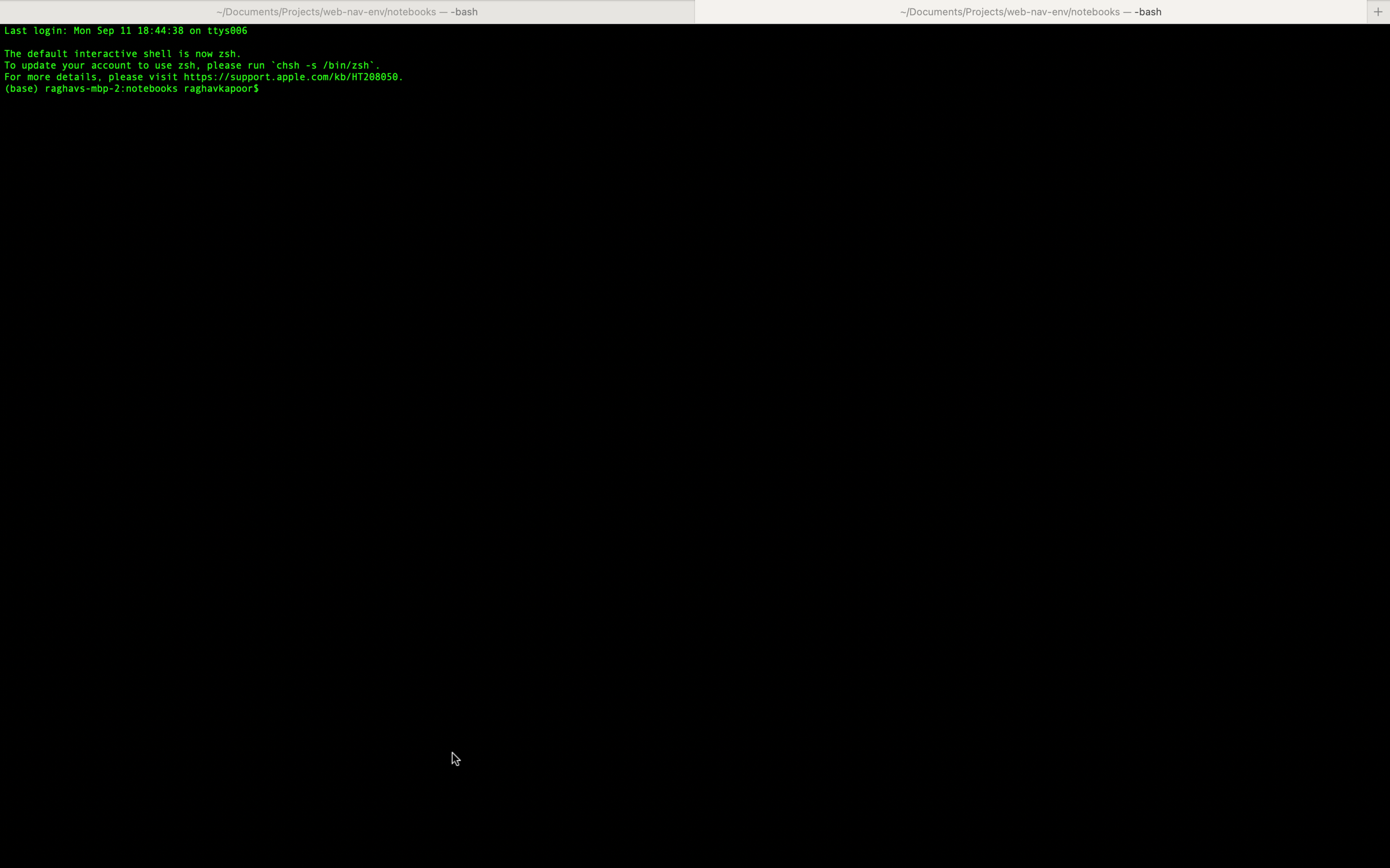 Image resolution: width=1390 pixels, height=868 pixels. What do you see at coordinates (825, 87) in the screenshot?
I see `Utilize shortcut keys to insert the copied text into the selected text input field` at bounding box center [825, 87].